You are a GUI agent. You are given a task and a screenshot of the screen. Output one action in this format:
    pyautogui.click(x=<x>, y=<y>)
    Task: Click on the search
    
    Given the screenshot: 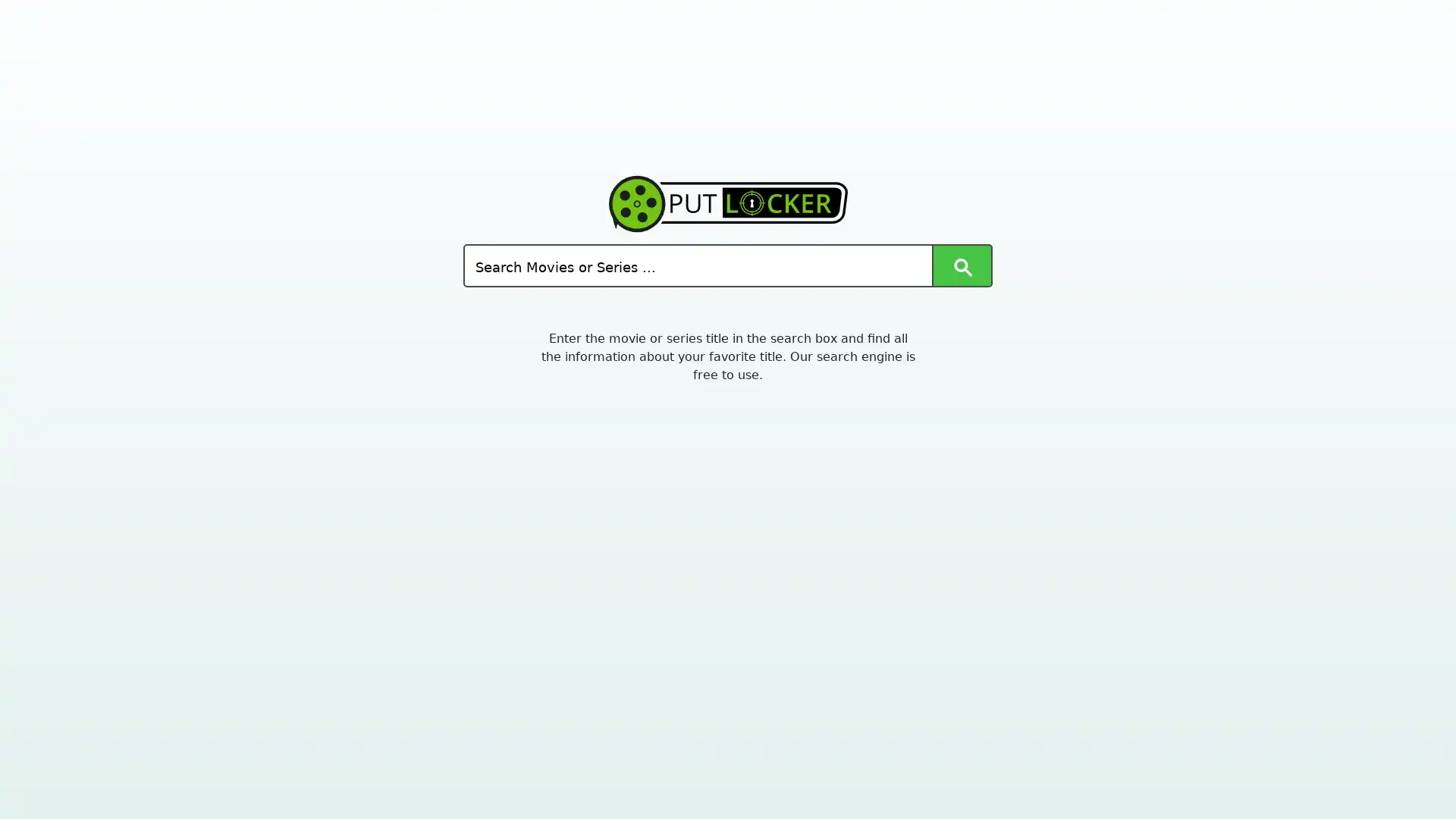 What is the action you would take?
    pyautogui.click(x=960, y=265)
    